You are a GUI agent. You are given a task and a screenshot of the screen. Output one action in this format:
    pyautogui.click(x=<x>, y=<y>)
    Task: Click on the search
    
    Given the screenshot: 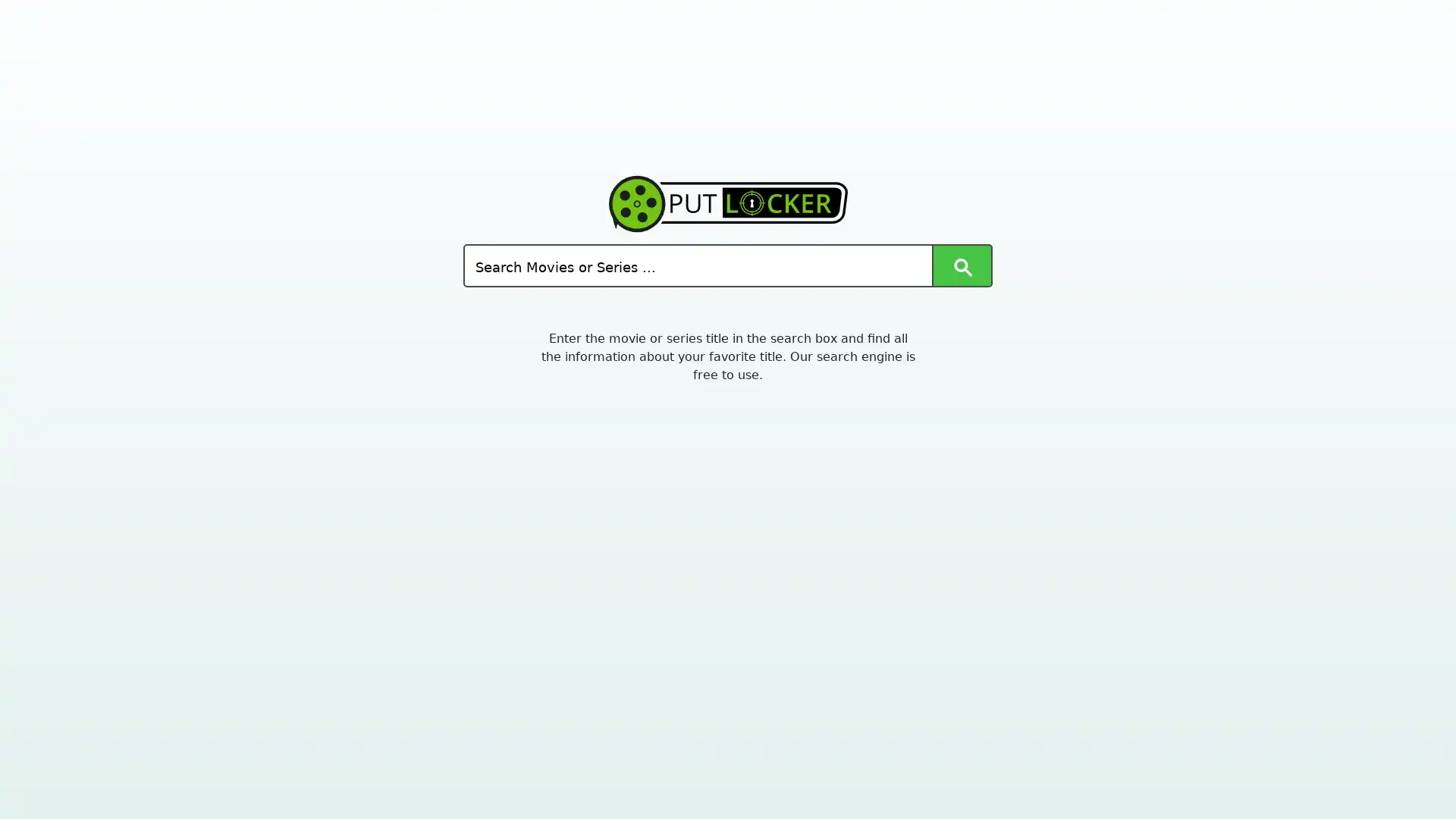 What is the action you would take?
    pyautogui.click(x=960, y=265)
    